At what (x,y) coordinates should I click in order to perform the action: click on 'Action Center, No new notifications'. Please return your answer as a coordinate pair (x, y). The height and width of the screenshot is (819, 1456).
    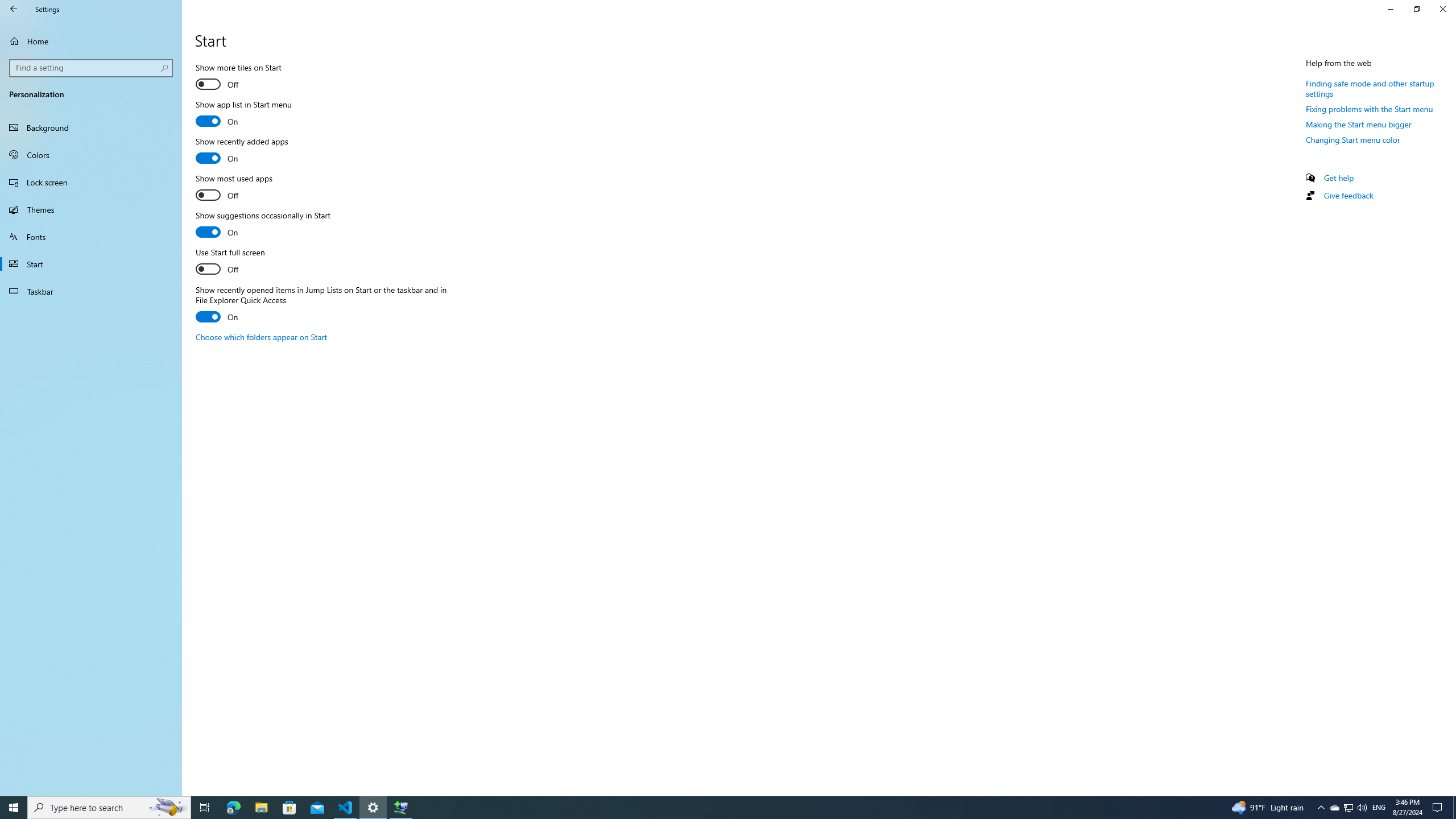
    Looking at the image, I should click on (1439, 806).